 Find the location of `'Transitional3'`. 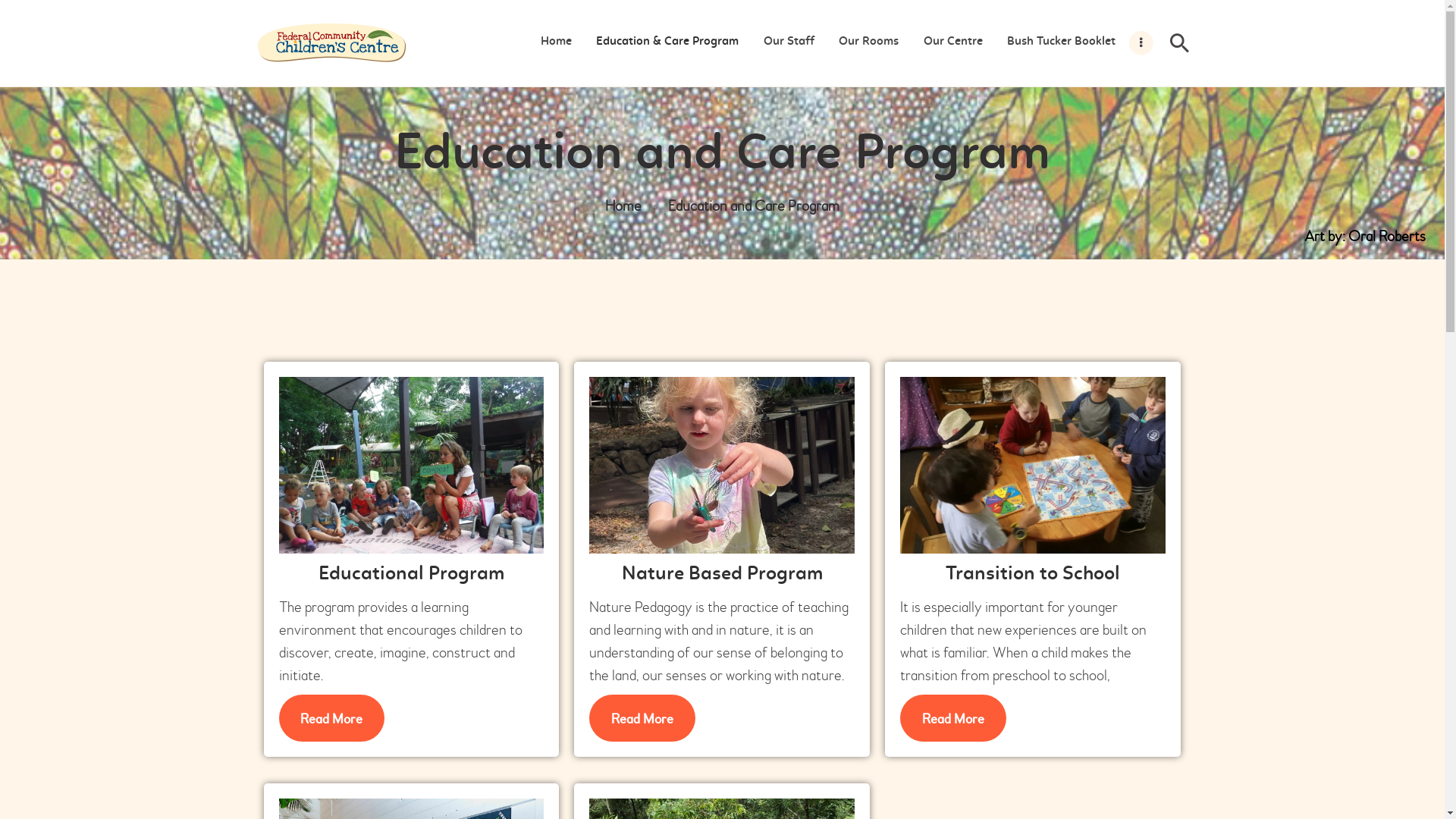

'Transitional3' is located at coordinates (1032, 464).